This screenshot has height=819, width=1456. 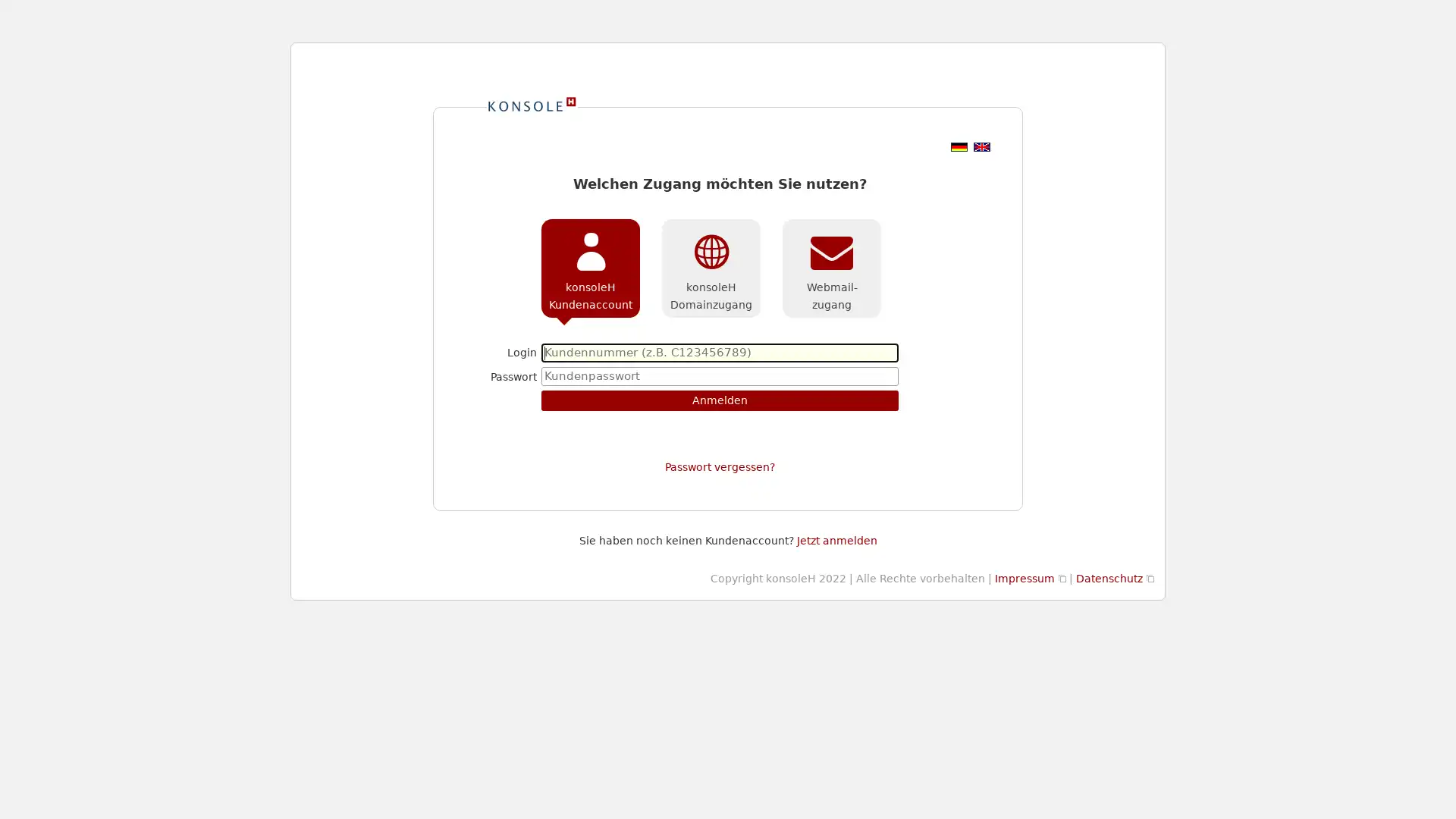 I want to click on Anmelden, so click(x=719, y=400).